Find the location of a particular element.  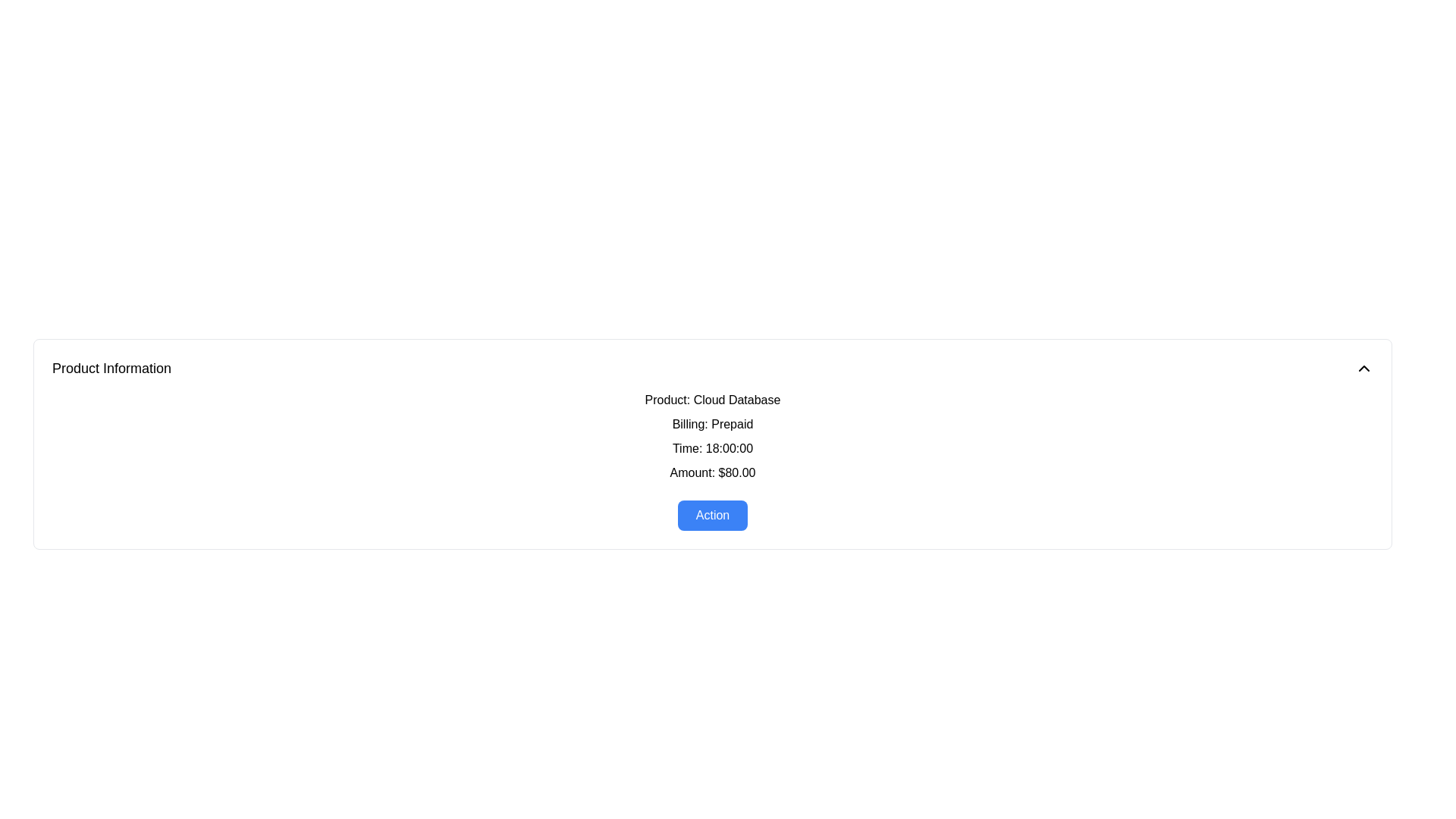

the 'Product Information' text label, which is prominently displayed in a larger, bold font at the top left corner of the content area is located at coordinates (111, 369).